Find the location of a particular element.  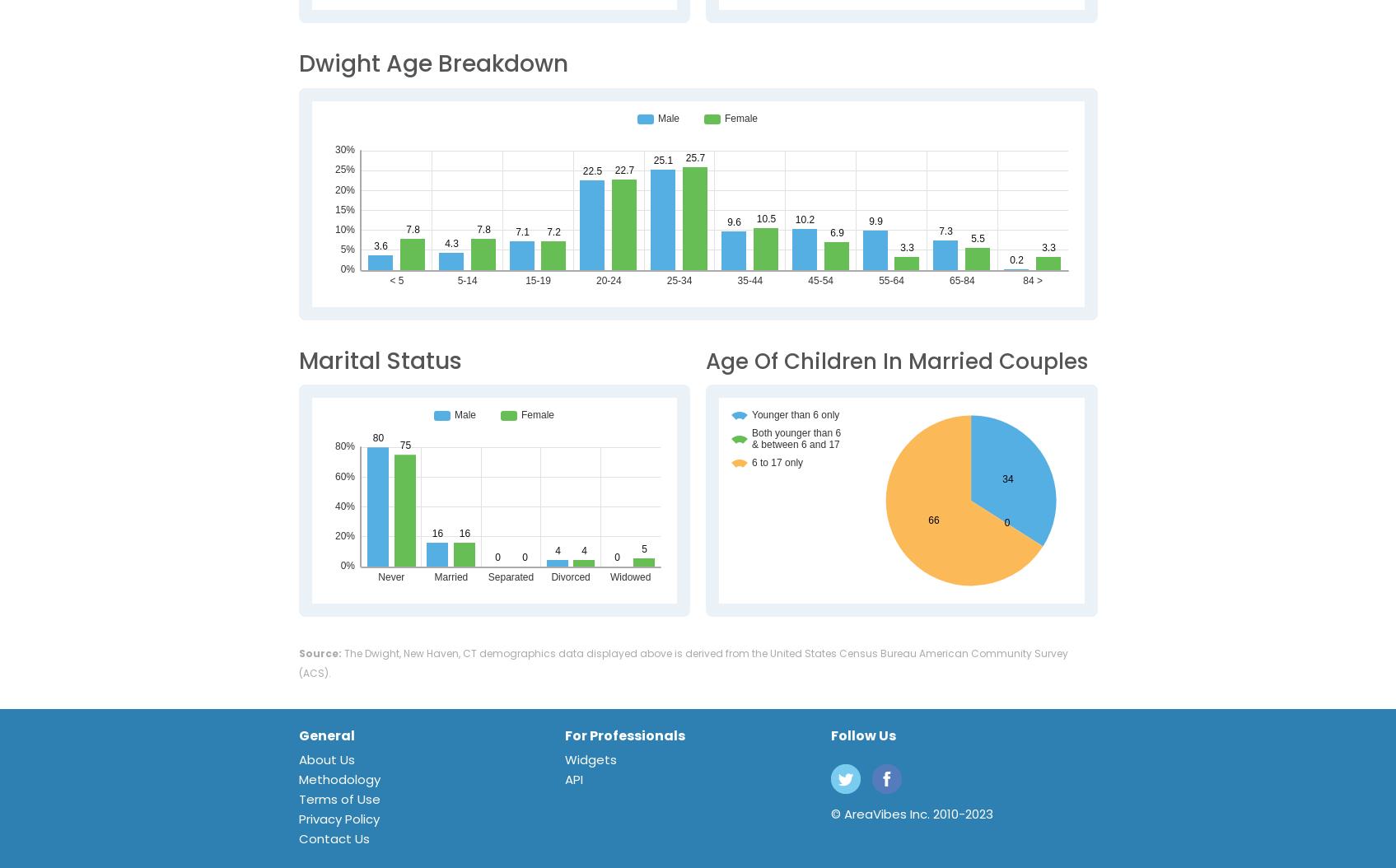

'Terms of Use' is located at coordinates (338, 799).